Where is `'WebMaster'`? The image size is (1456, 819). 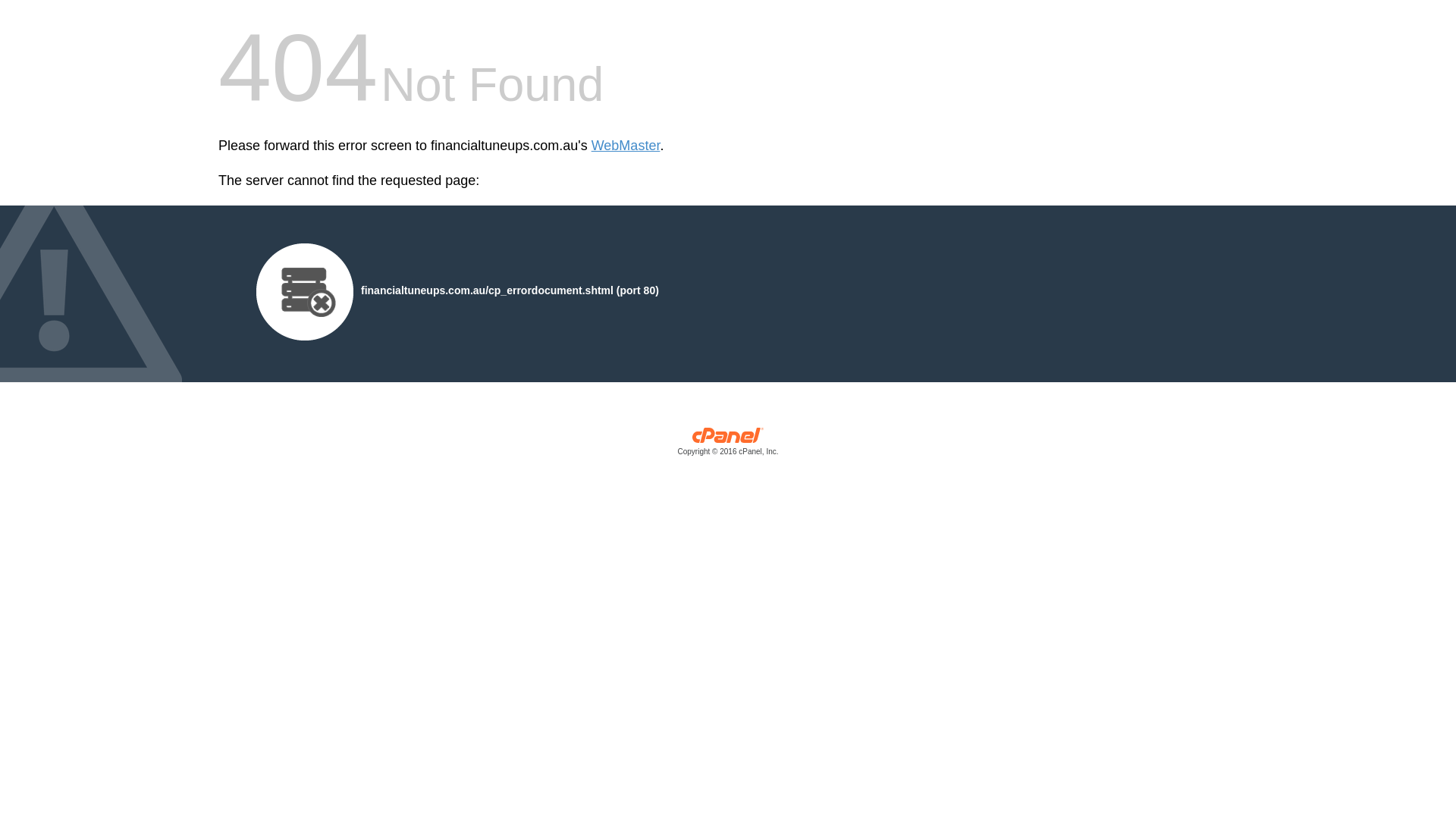 'WebMaster' is located at coordinates (626, 146).